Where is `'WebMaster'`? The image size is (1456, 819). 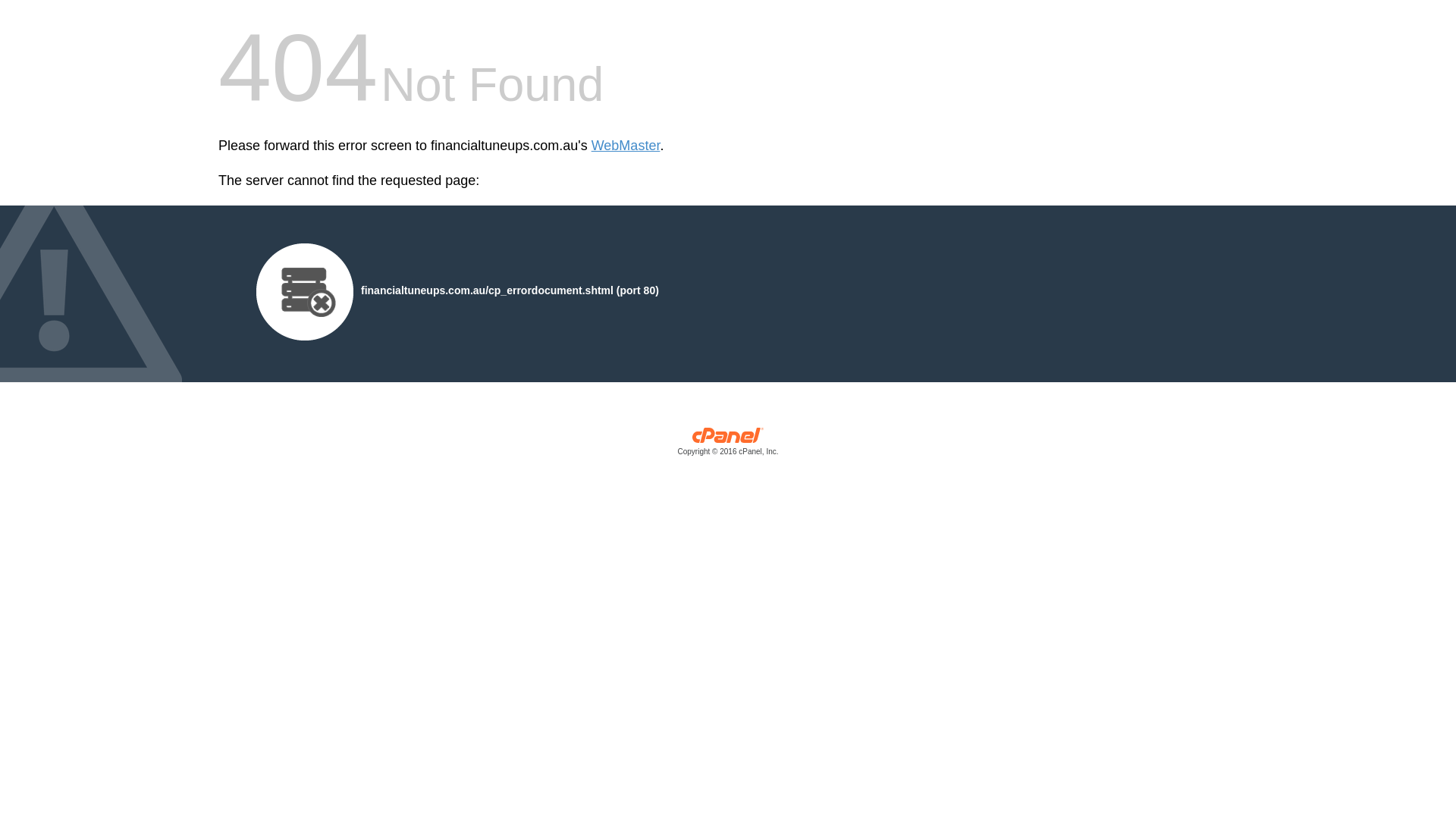 'WebMaster' is located at coordinates (626, 146).